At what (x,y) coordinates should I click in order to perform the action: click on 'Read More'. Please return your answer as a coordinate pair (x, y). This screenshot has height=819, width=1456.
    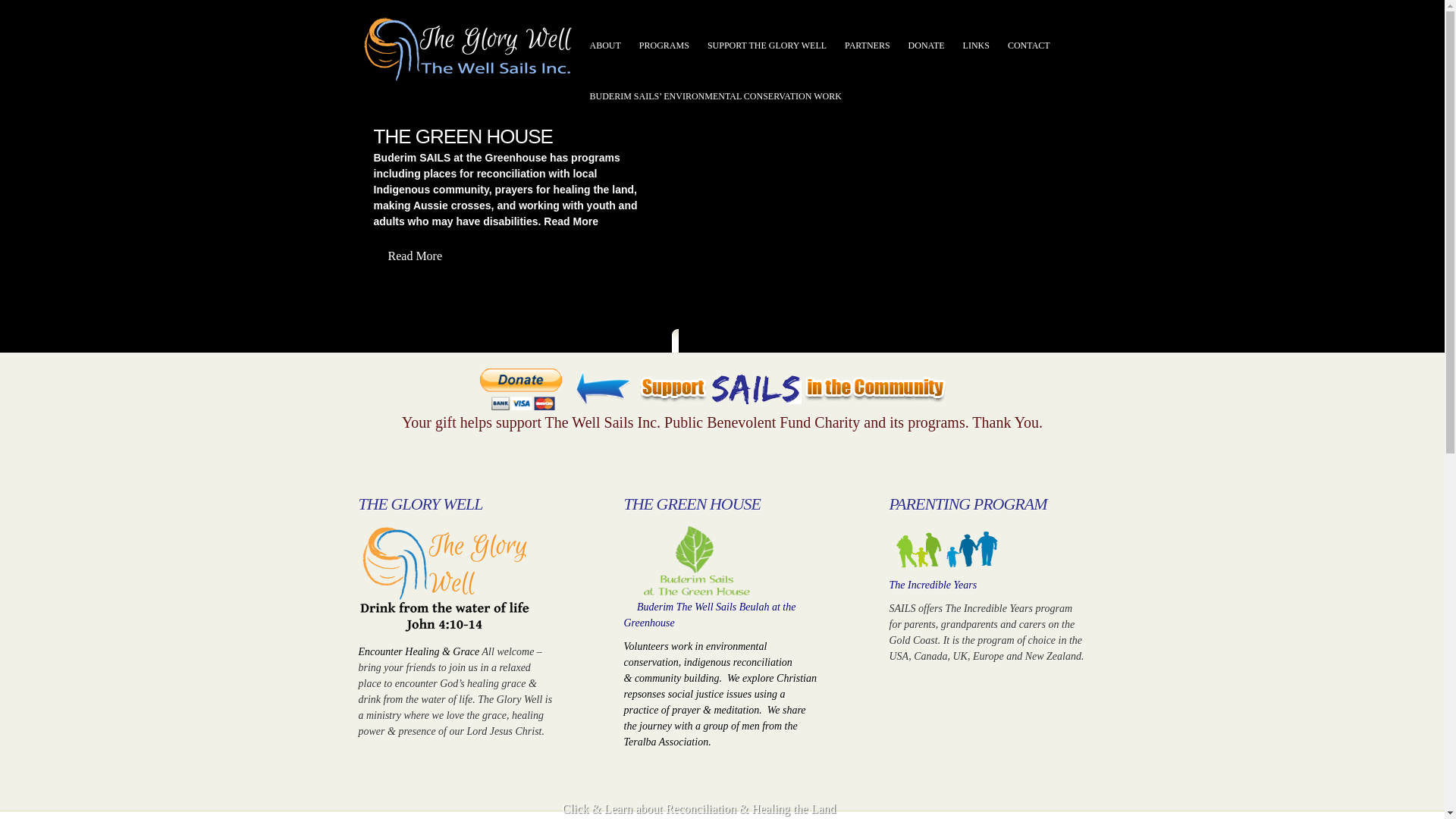
    Looking at the image, I should click on (372, 256).